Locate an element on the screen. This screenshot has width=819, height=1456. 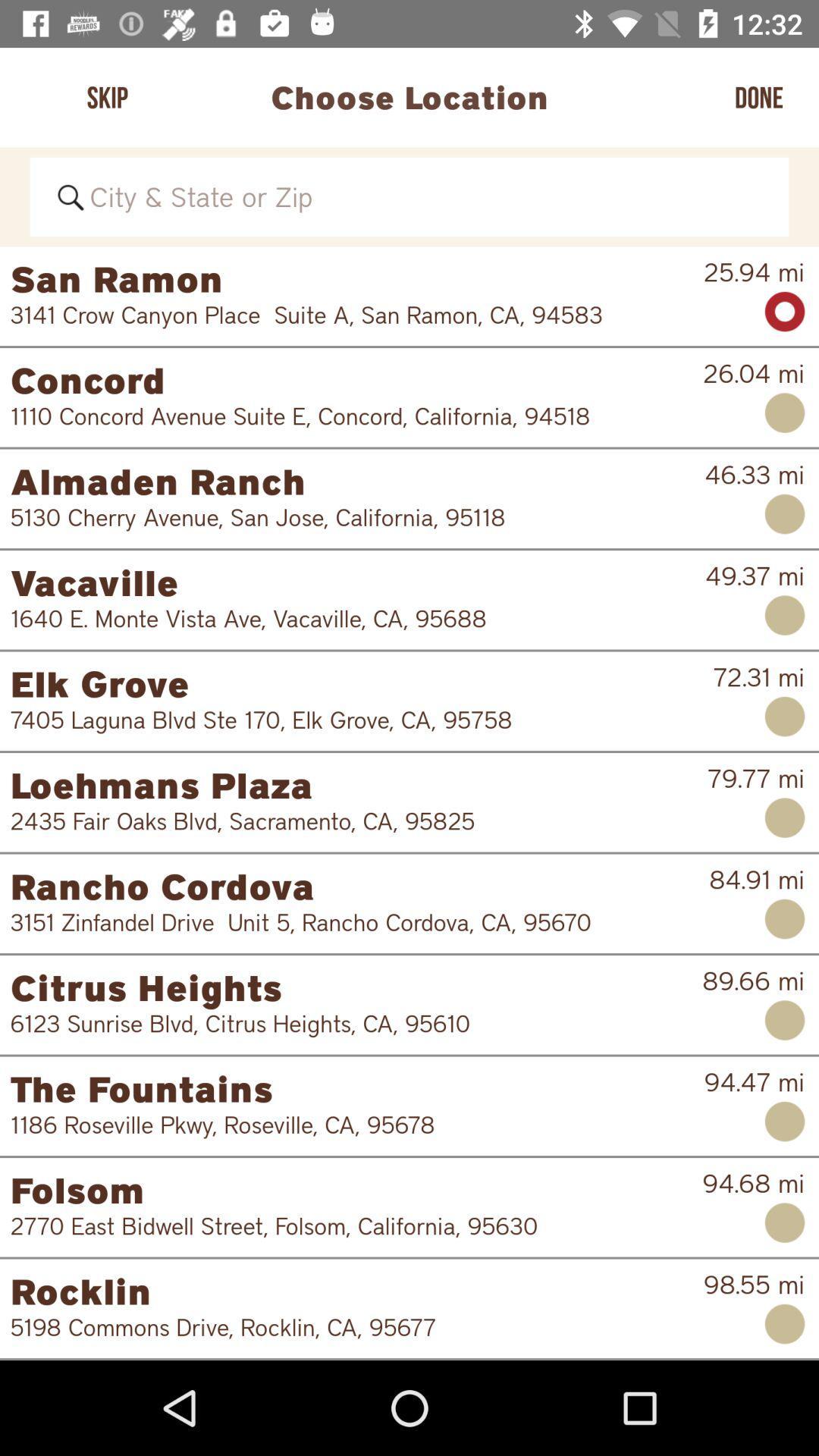
7405 laguna blvd is located at coordinates (351, 719).